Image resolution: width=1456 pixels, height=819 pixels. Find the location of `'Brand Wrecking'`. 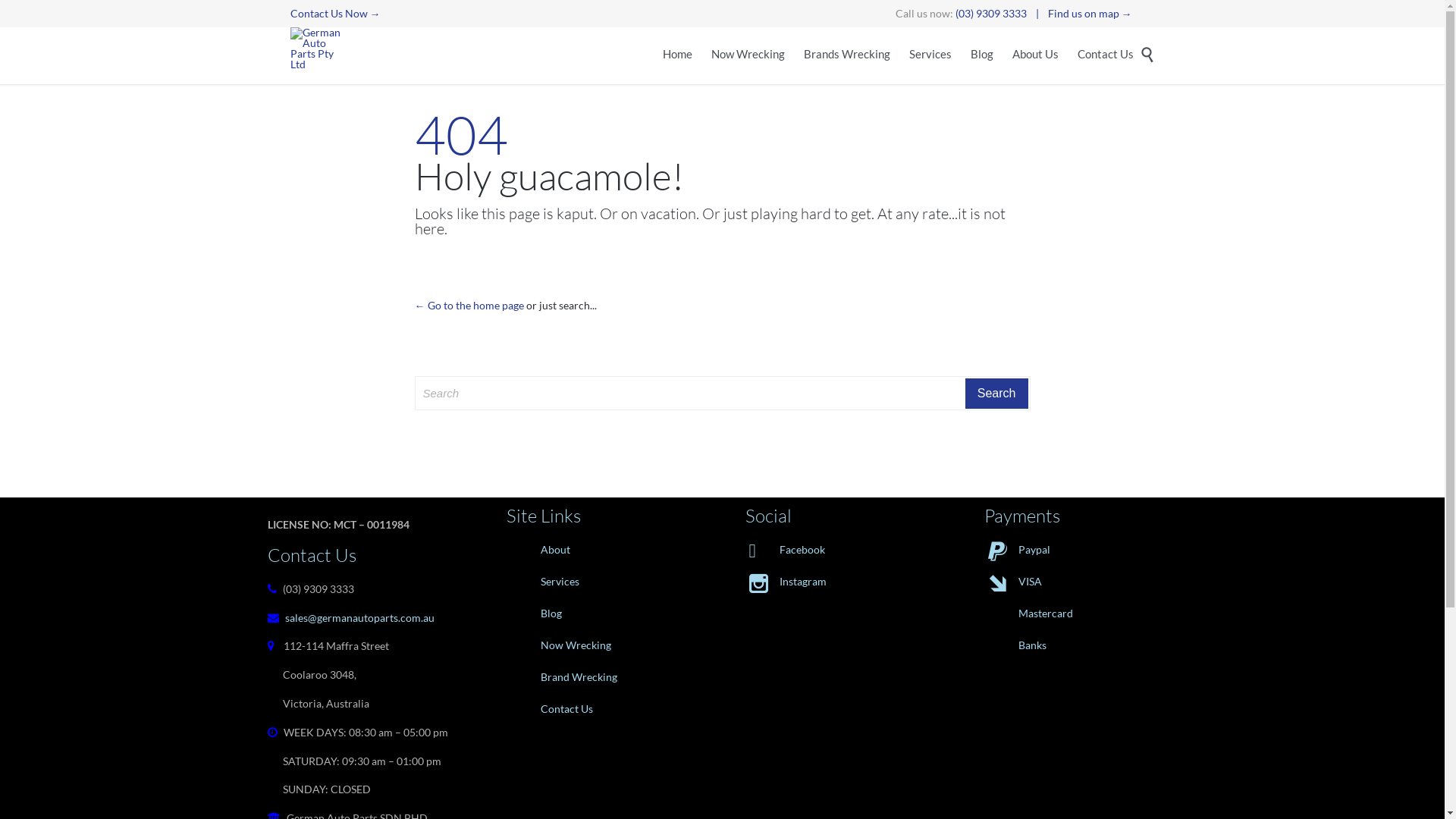

'Brand Wrecking' is located at coordinates (601, 676).